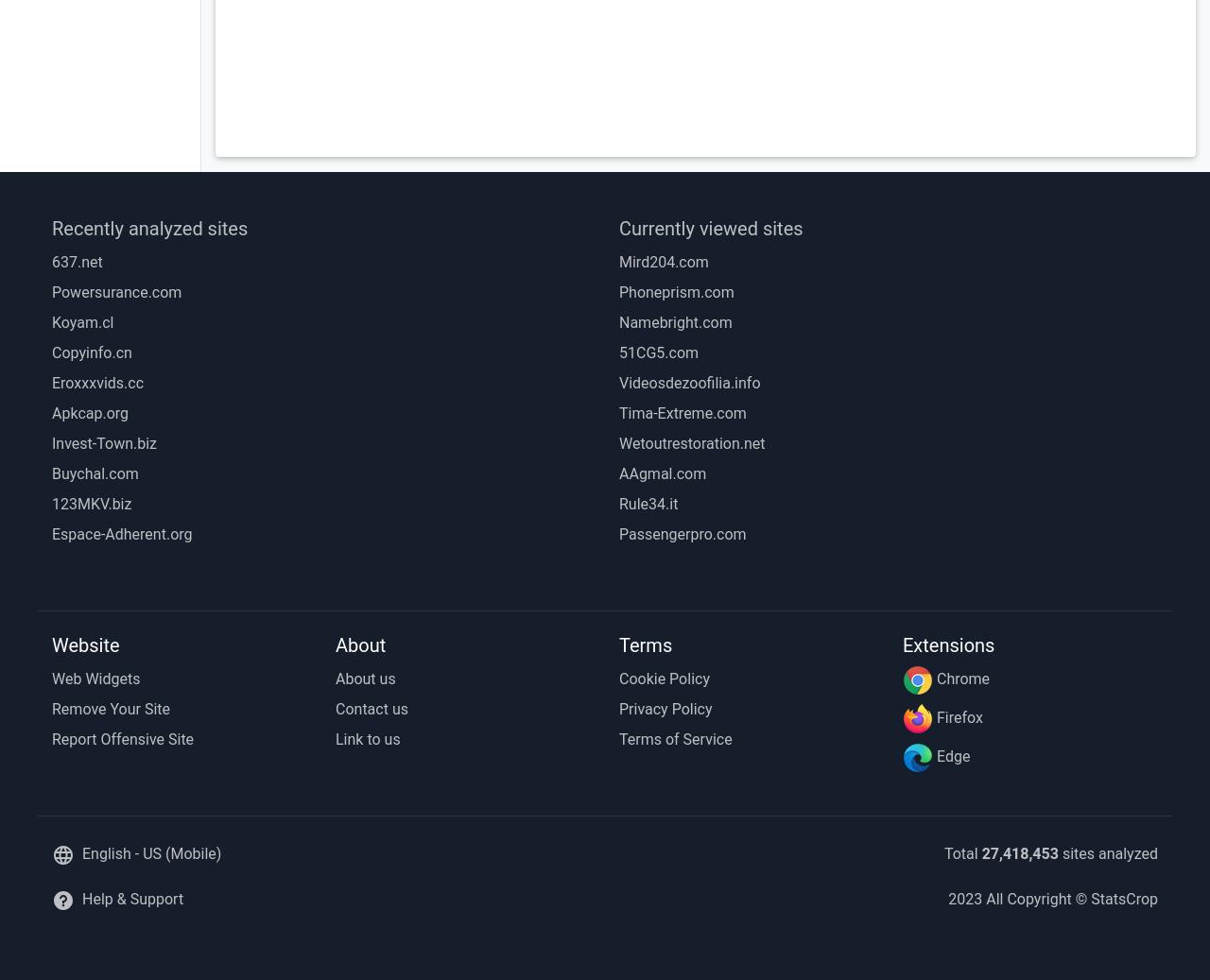  What do you see at coordinates (618, 228) in the screenshot?
I see `'Currently viewed sites'` at bounding box center [618, 228].